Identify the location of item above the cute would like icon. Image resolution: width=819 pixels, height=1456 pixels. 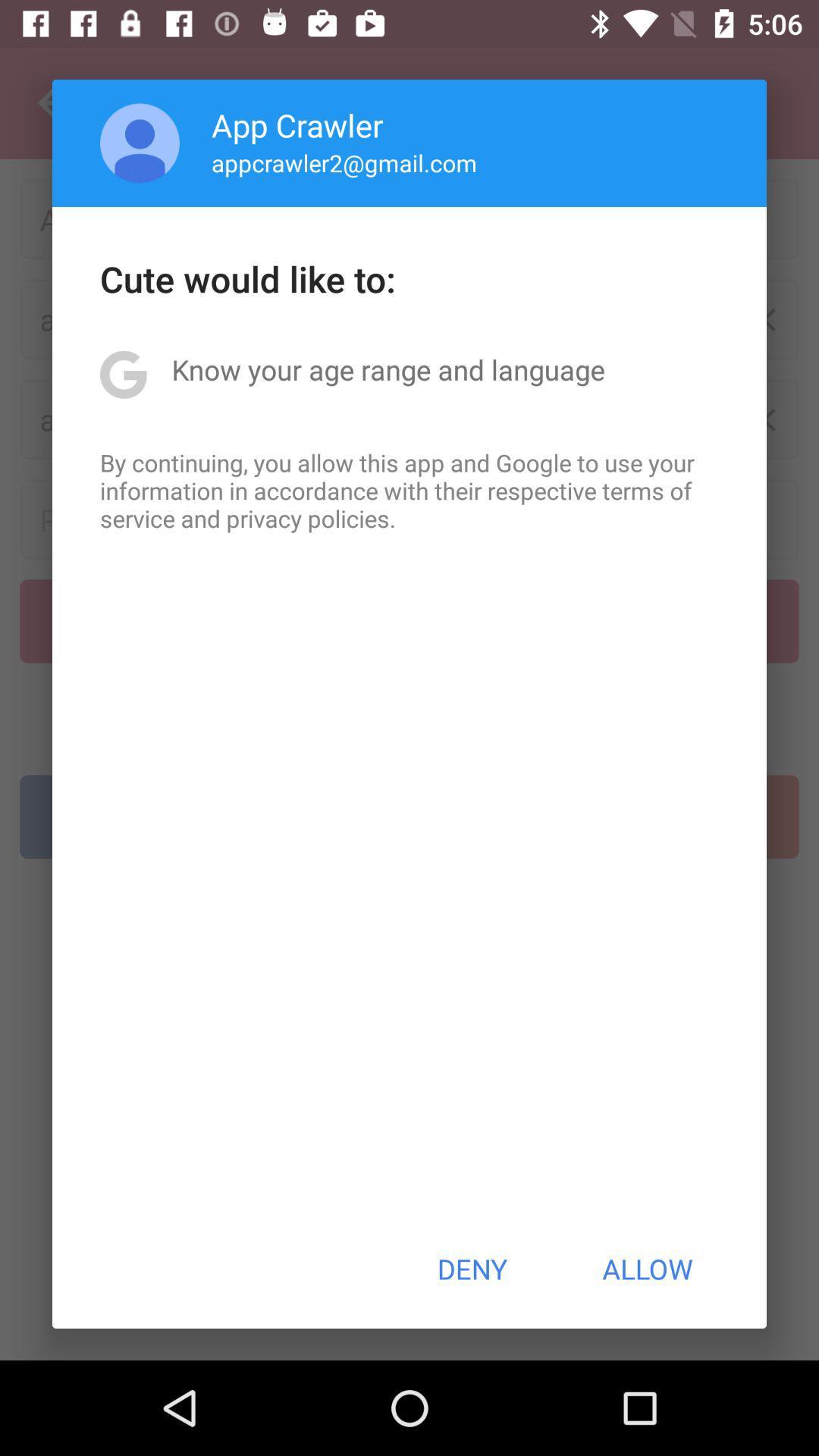
(344, 162).